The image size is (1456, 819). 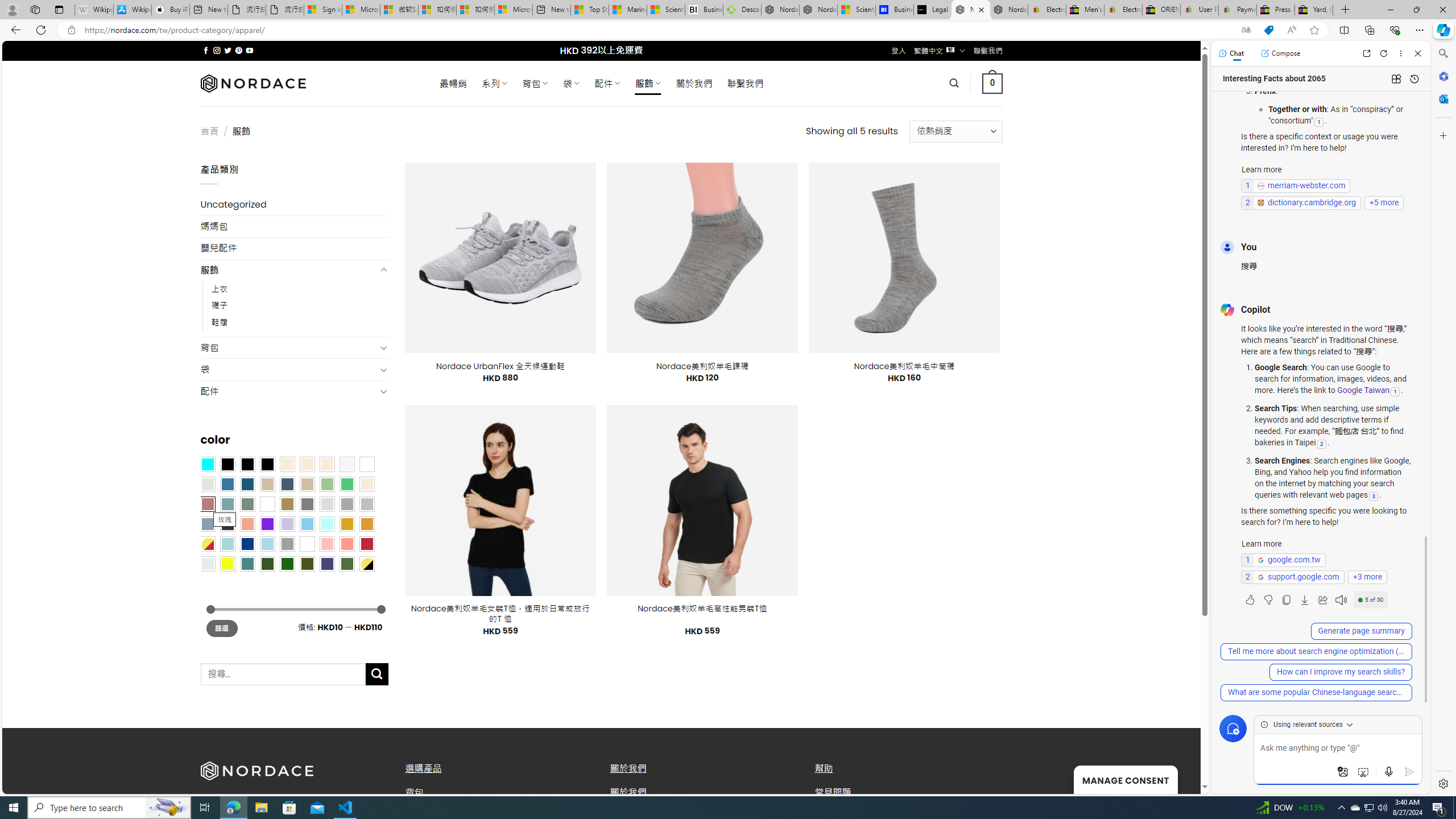 I want to click on 'Dull Nickle', so click(x=208, y=562).